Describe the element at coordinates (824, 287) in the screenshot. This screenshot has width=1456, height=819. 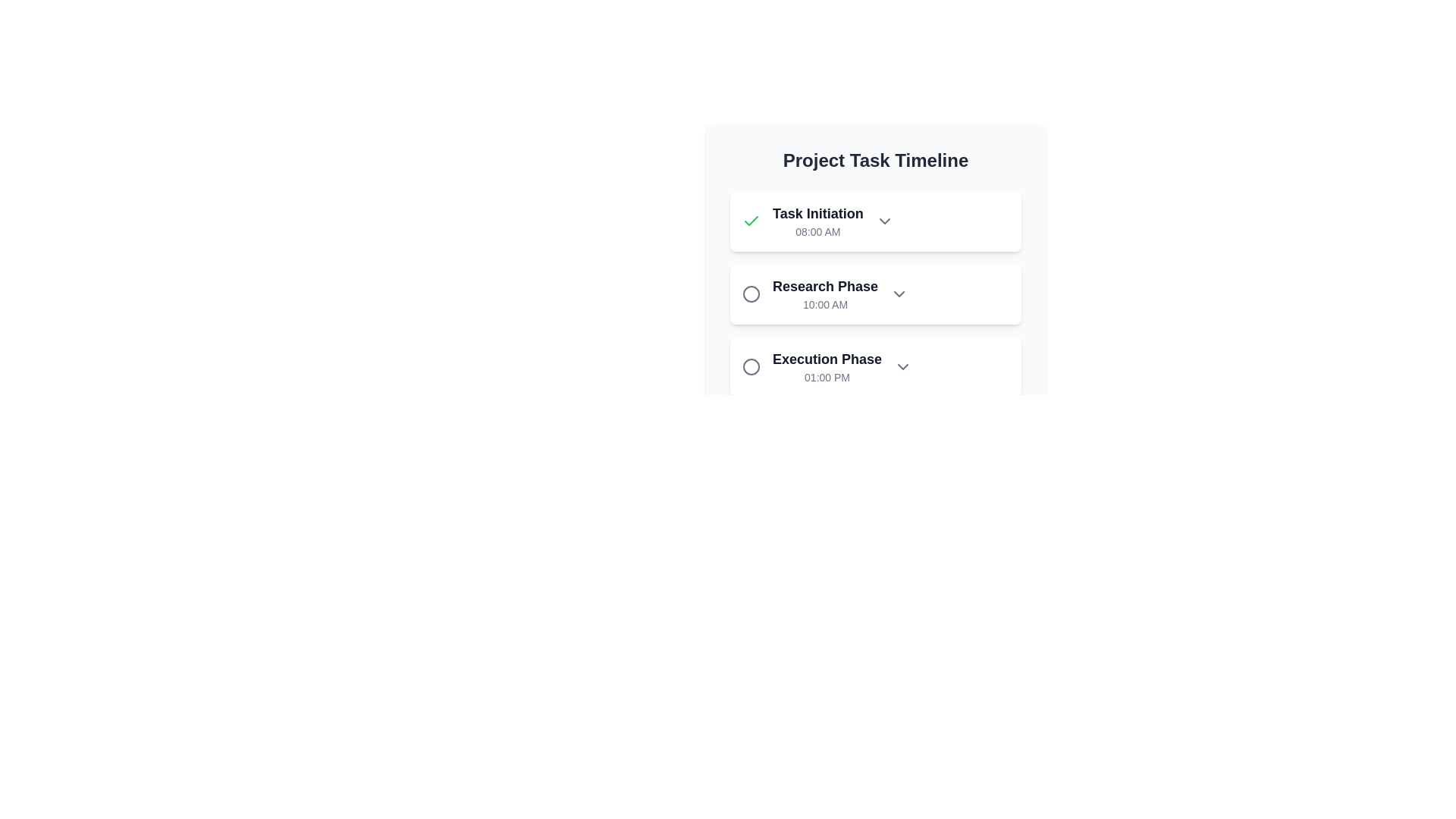
I see `the Text Label that serves as a label for the second timeline entry in the project timeline, positioned above the '10:00 AM' time label` at that location.